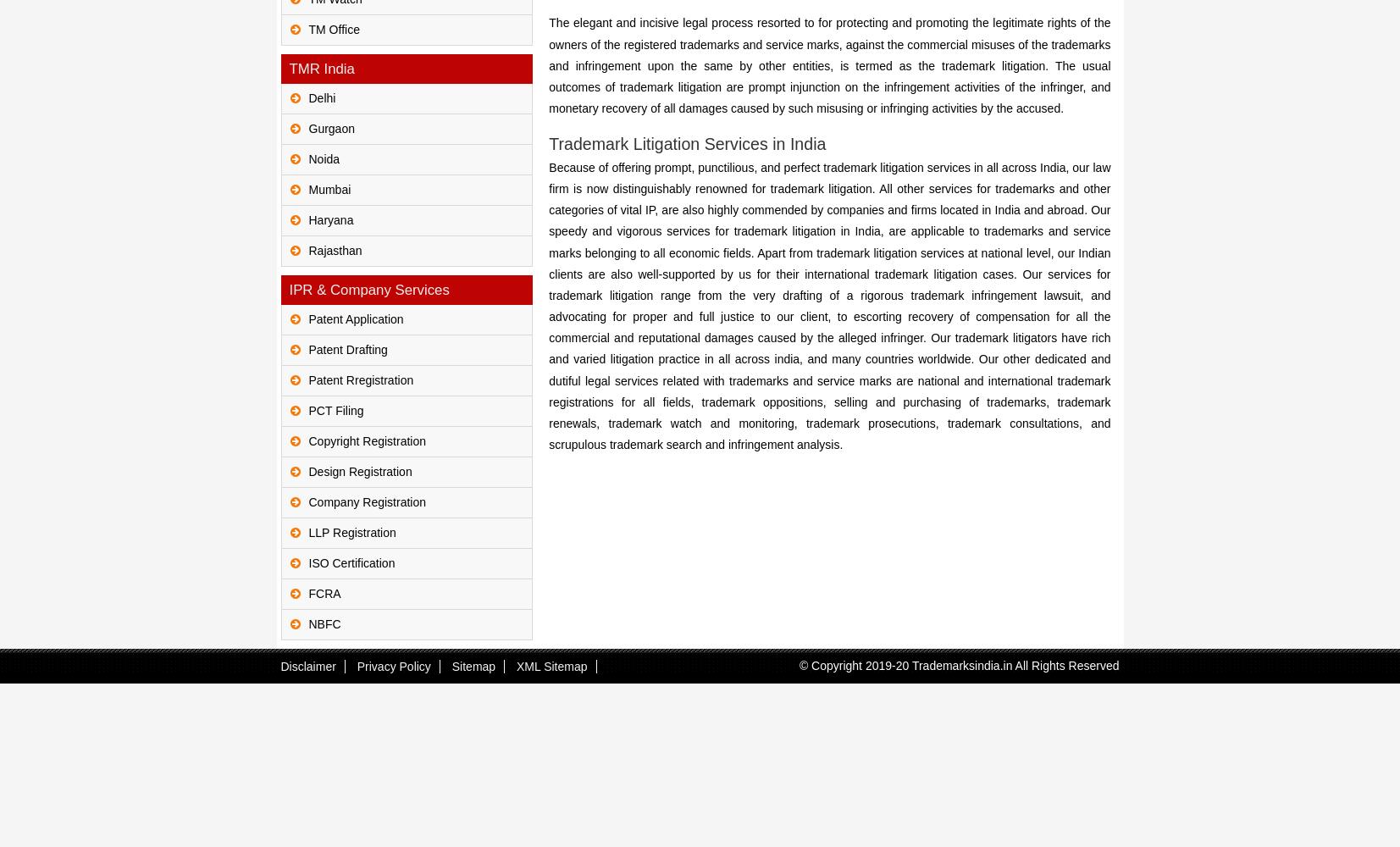  What do you see at coordinates (333, 29) in the screenshot?
I see `'TM Office'` at bounding box center [333, 29].